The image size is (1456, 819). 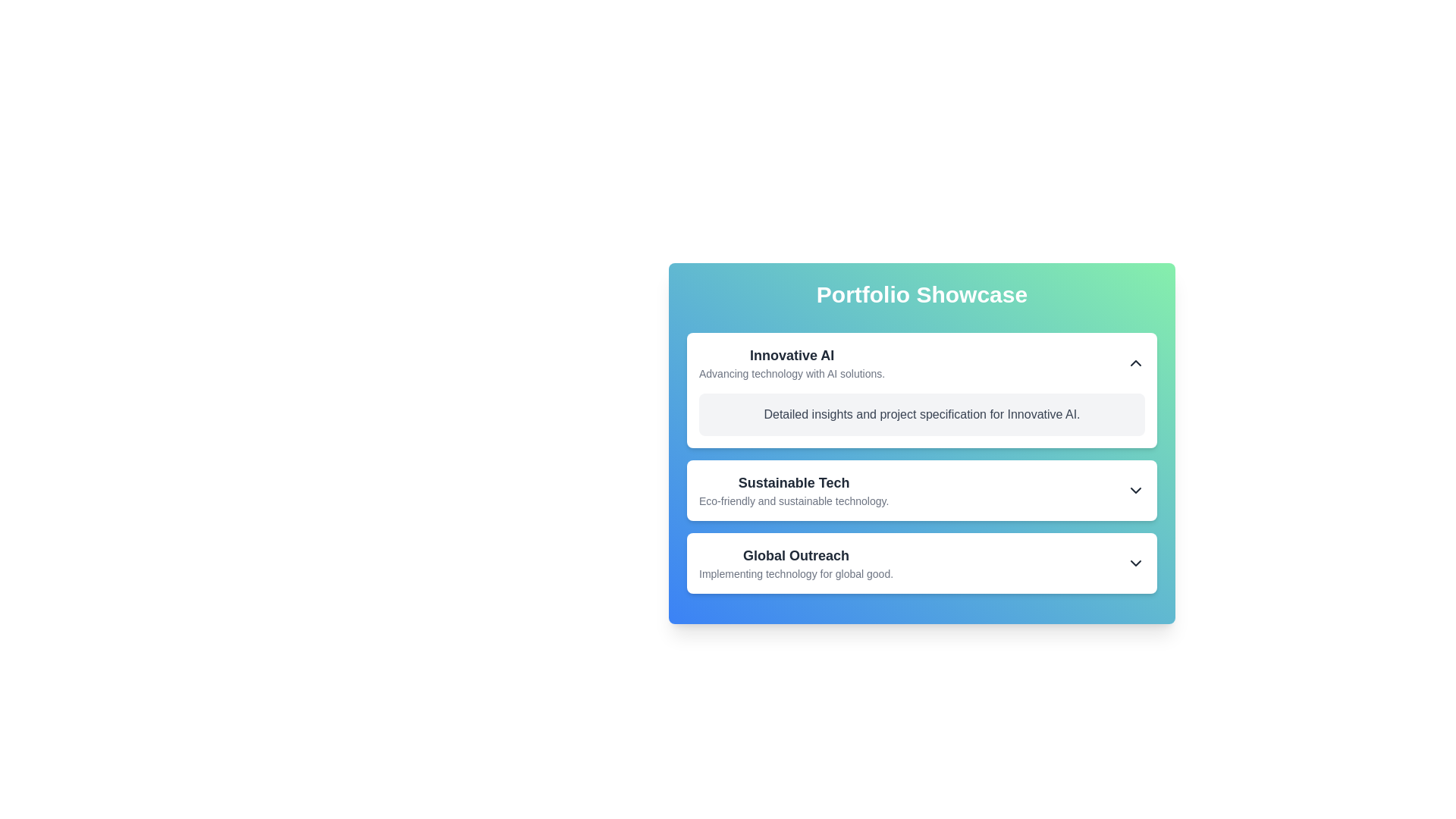 I want to click on text from the header titled 'Portfolio Showcase', which is located at the top center of the rounded, gradient-colored card, so click(x=921, y=295).